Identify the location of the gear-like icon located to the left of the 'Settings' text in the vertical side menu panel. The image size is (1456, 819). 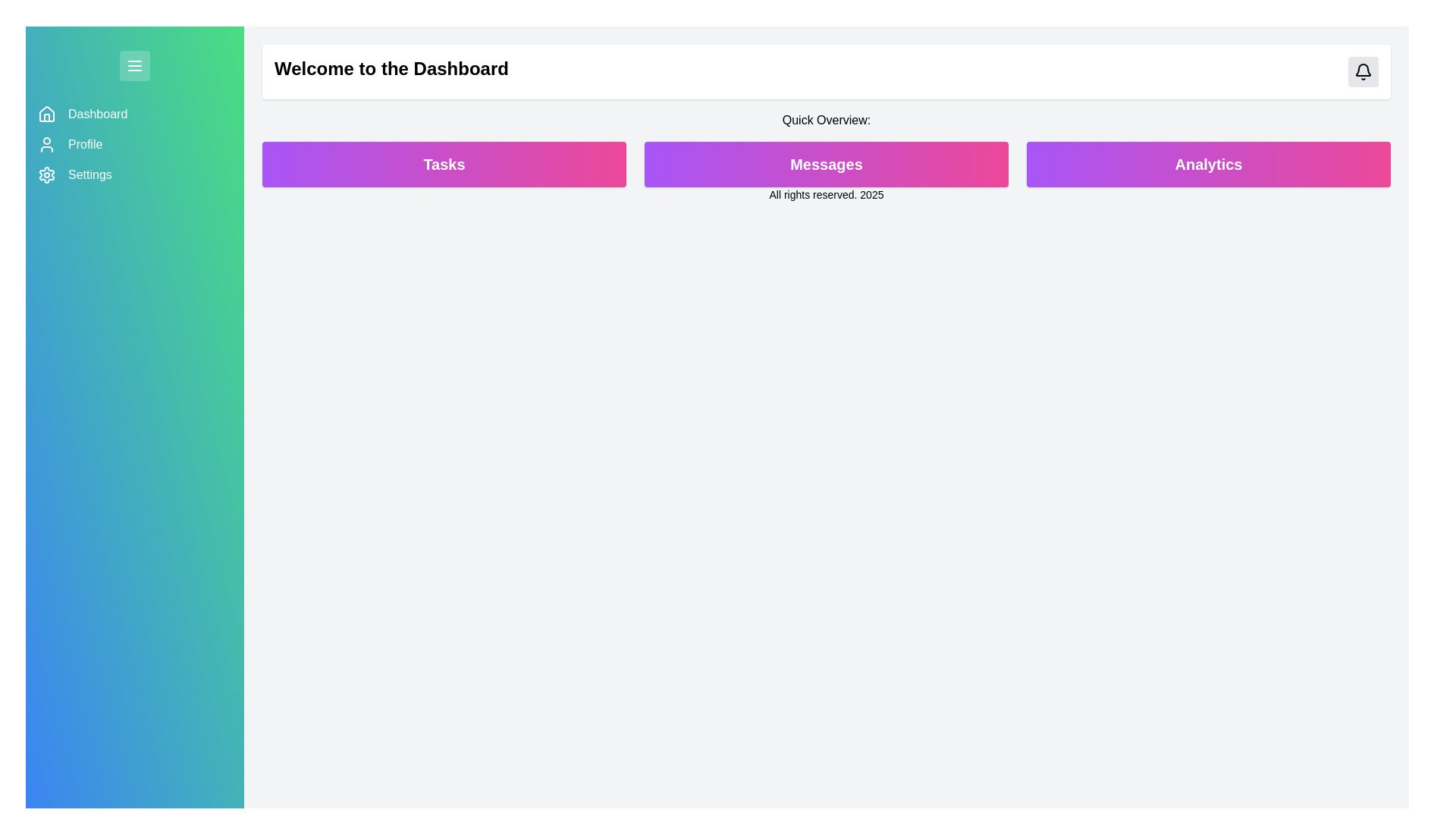
(47, 174).